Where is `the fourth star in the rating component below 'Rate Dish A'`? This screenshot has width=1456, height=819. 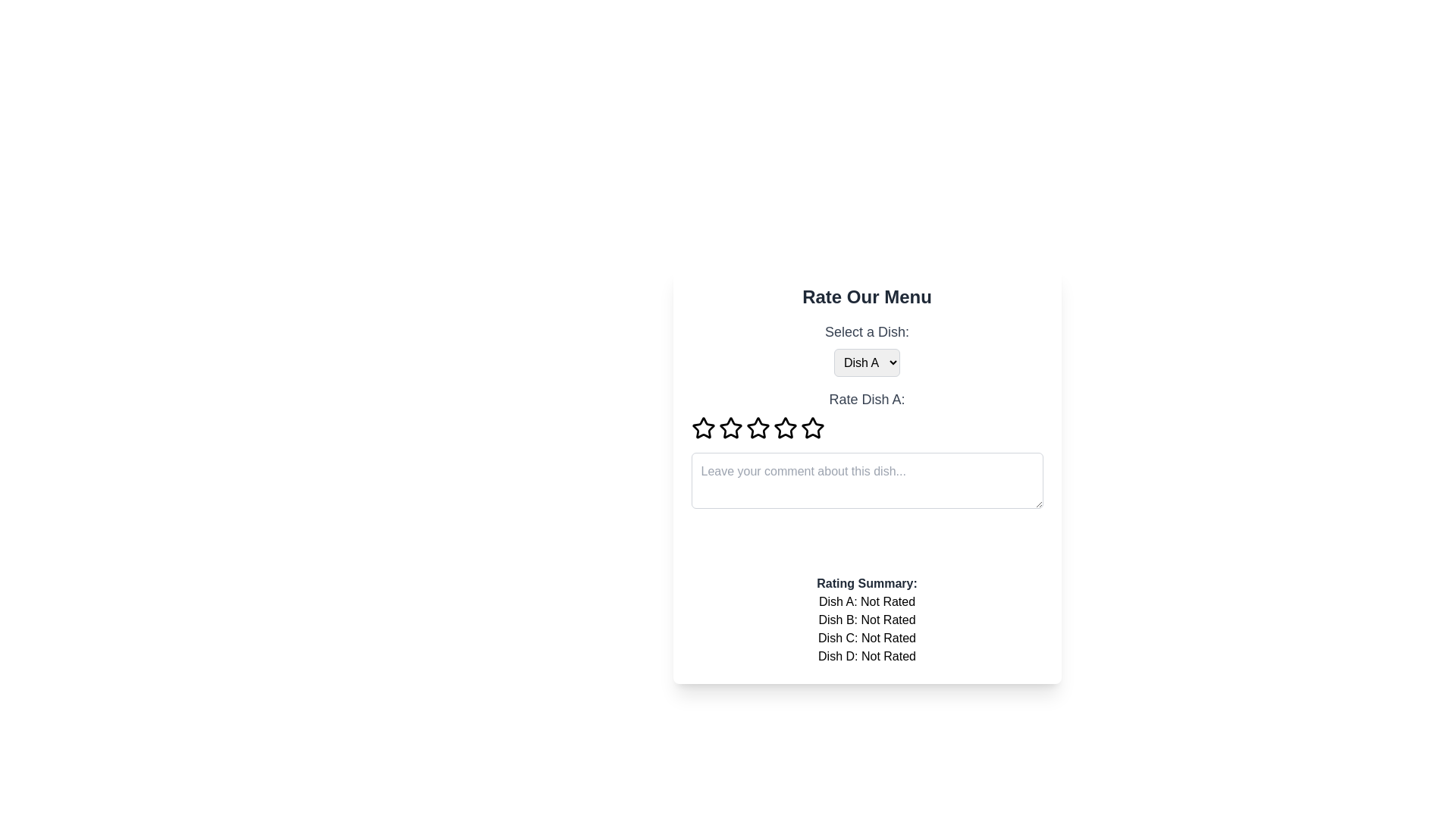 the fourth star in the rating component below 'Rate Dish A' is located at coordinates (758, 428).